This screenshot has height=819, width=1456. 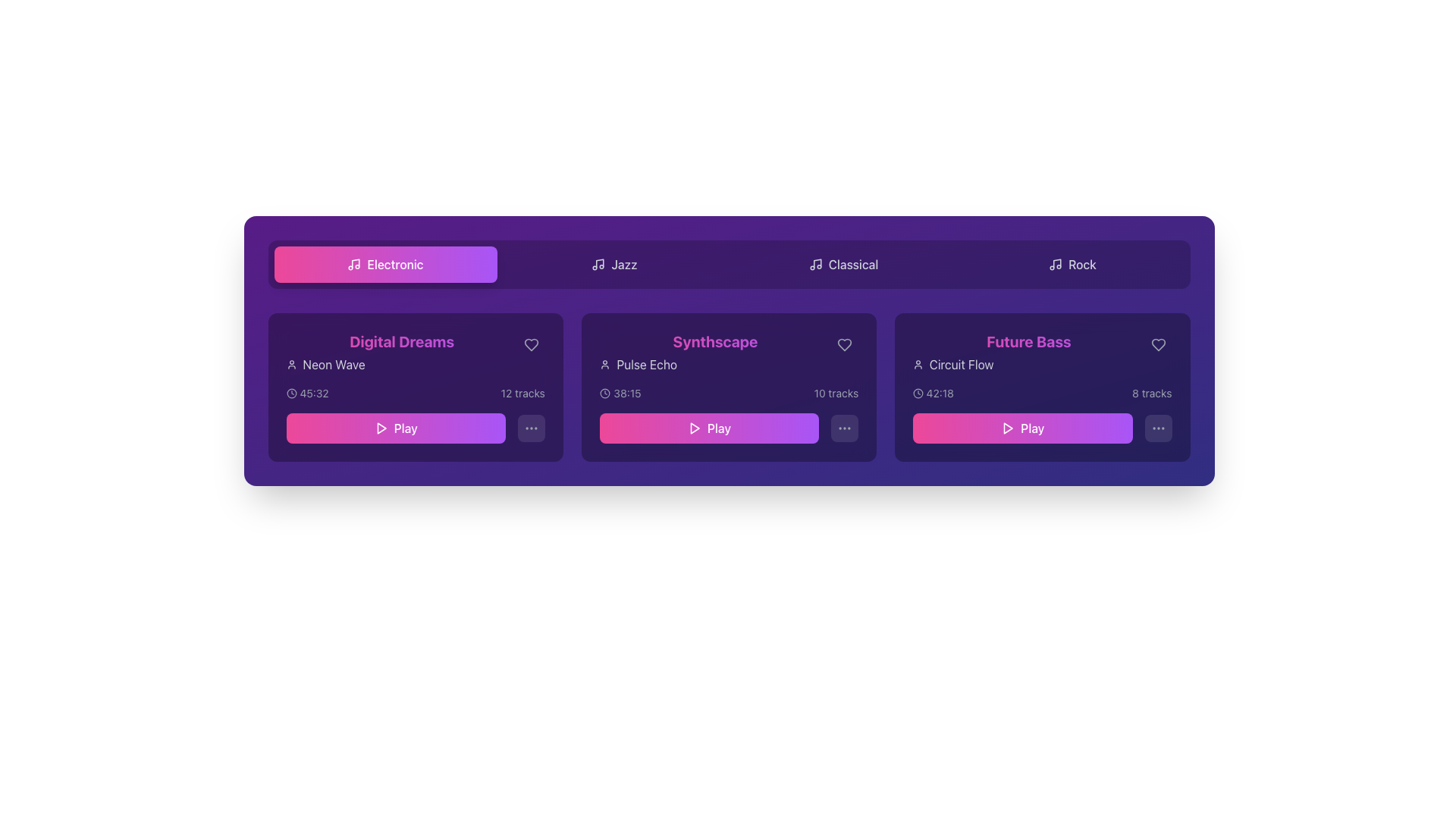 What do you see at coordinates (620, 393) in the screenshot?
I see `the time indicator text display located in the 'Synthscape' section, positioned to the left of the '10 tracks' label and below the song title` at bounding box center [620, 393].